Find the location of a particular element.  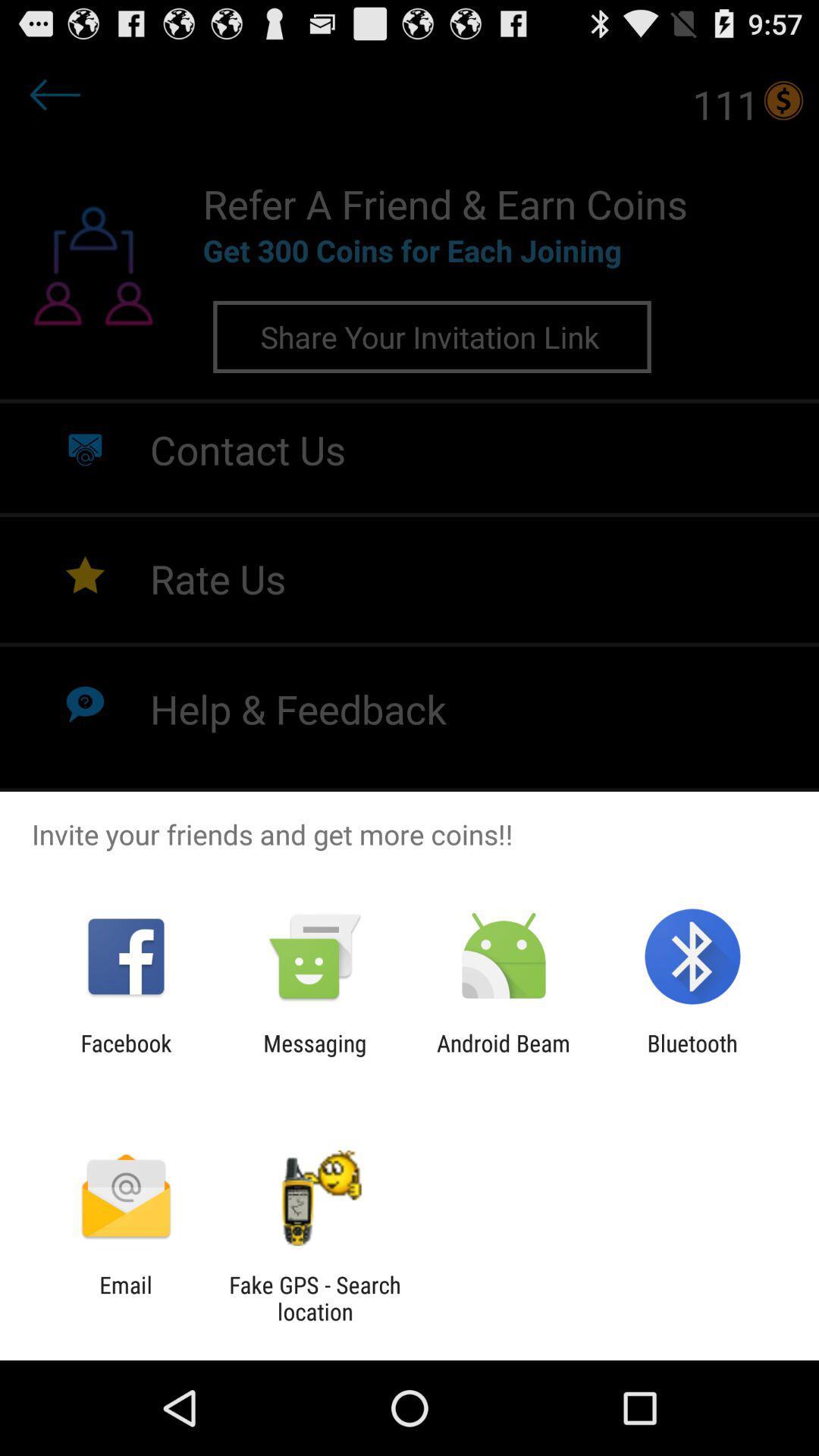

the icon next to the facebook app is located at coordinates (314, 1056).